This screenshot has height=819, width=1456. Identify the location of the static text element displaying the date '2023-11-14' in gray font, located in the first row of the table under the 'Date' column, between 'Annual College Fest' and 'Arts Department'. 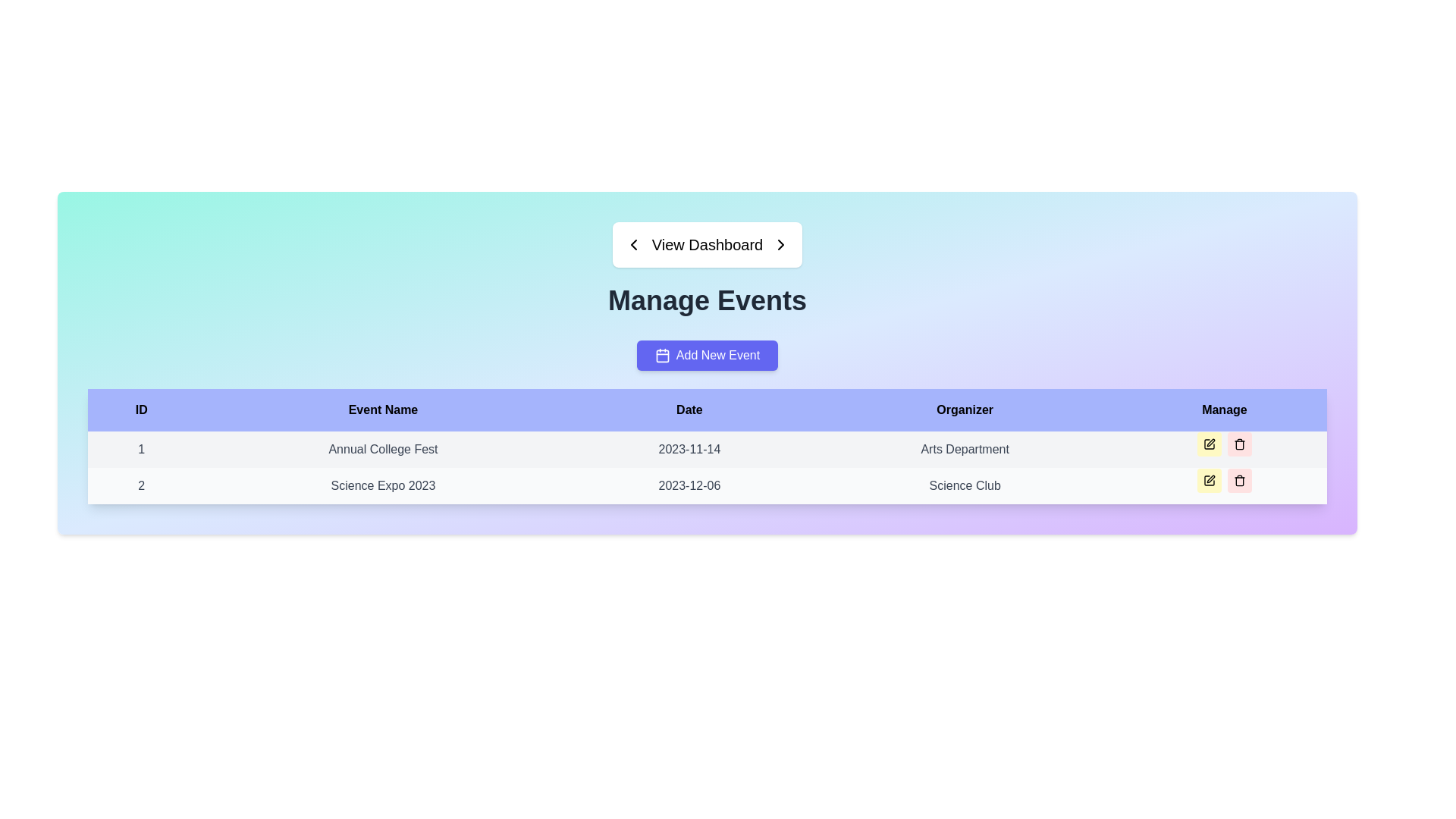
(689, 449).